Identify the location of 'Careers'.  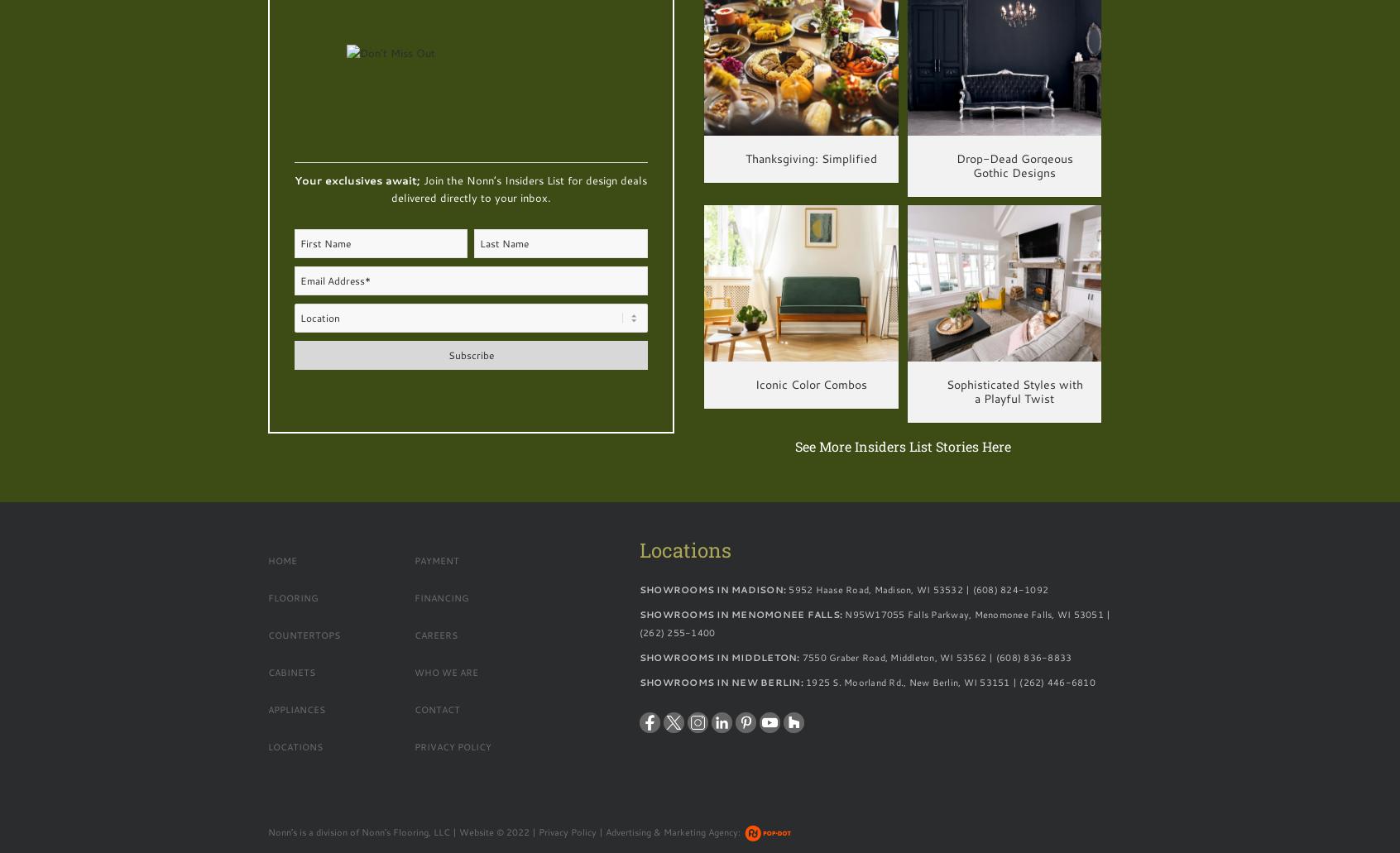
(415, 633).